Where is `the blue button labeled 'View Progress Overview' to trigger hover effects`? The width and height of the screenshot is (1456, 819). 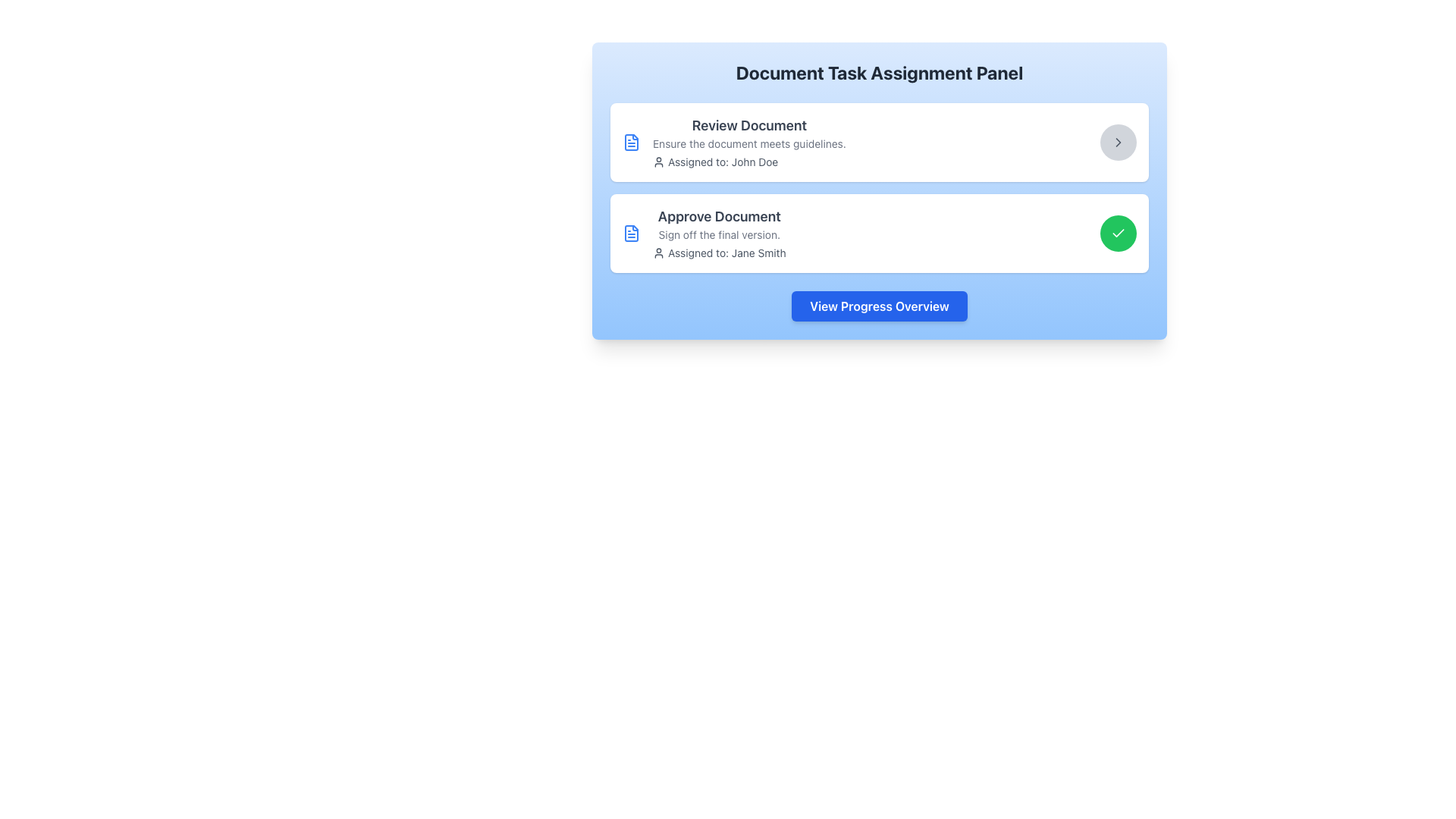
the blue button labeled 'View Progress Overview' to trigger hover effects is located at coordinates (880, 306).